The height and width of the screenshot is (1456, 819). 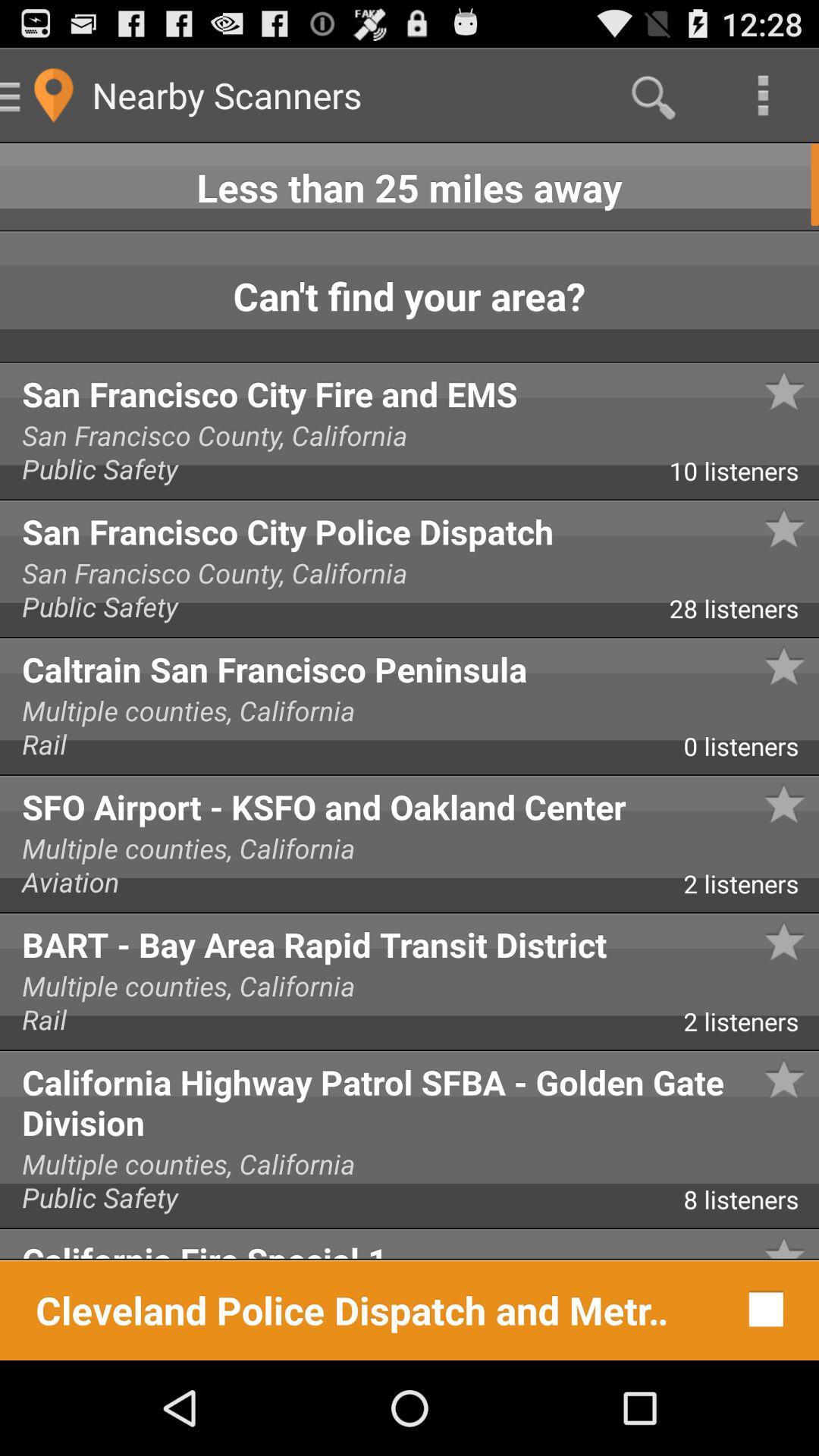 I want to click on icon below california fire special icon, so click(x=762, y=1308).